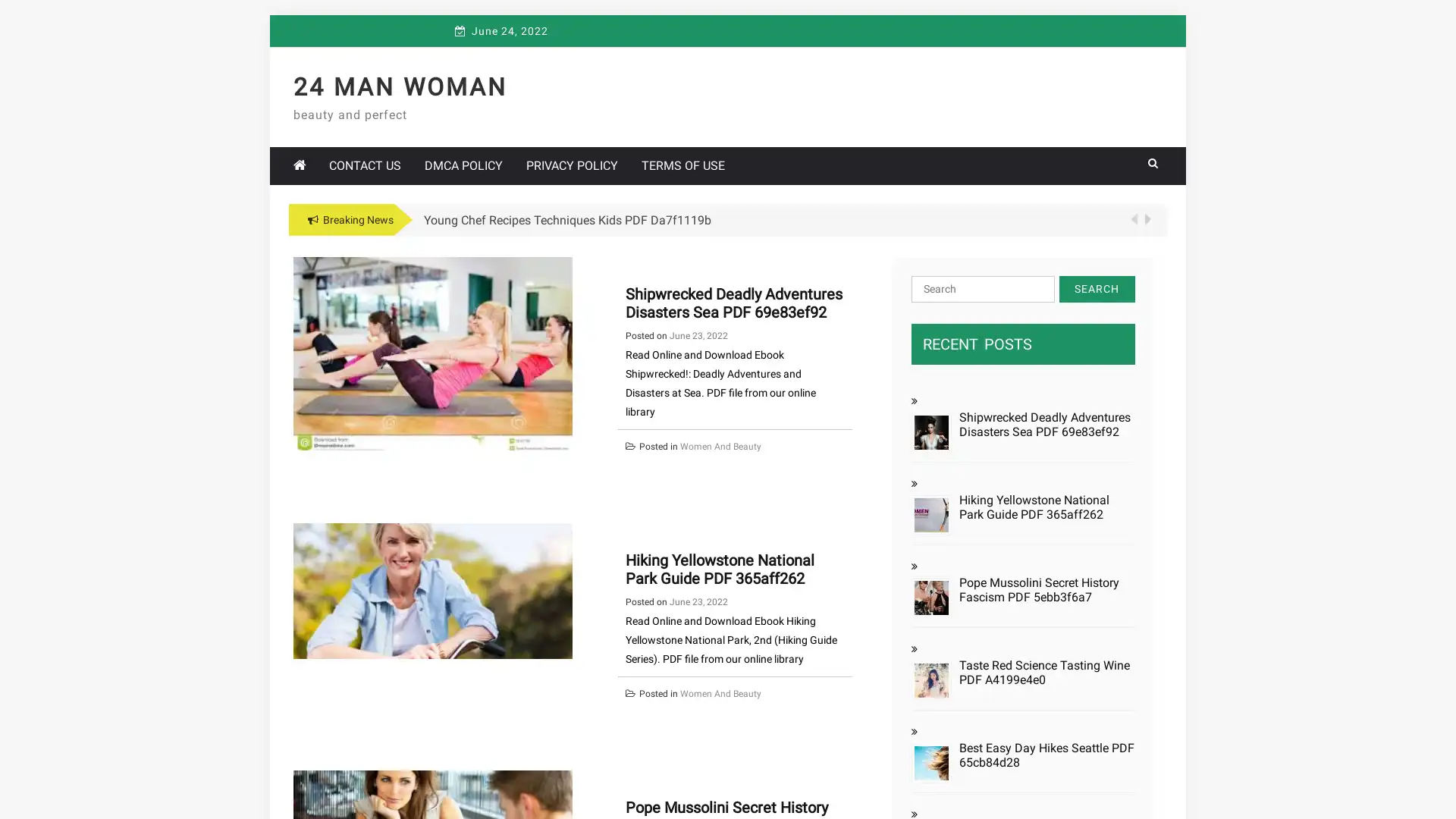  What do you see at coordinates (1096, 288) in the screenshot?
I see `Search` at bounding box center [1096, 288].